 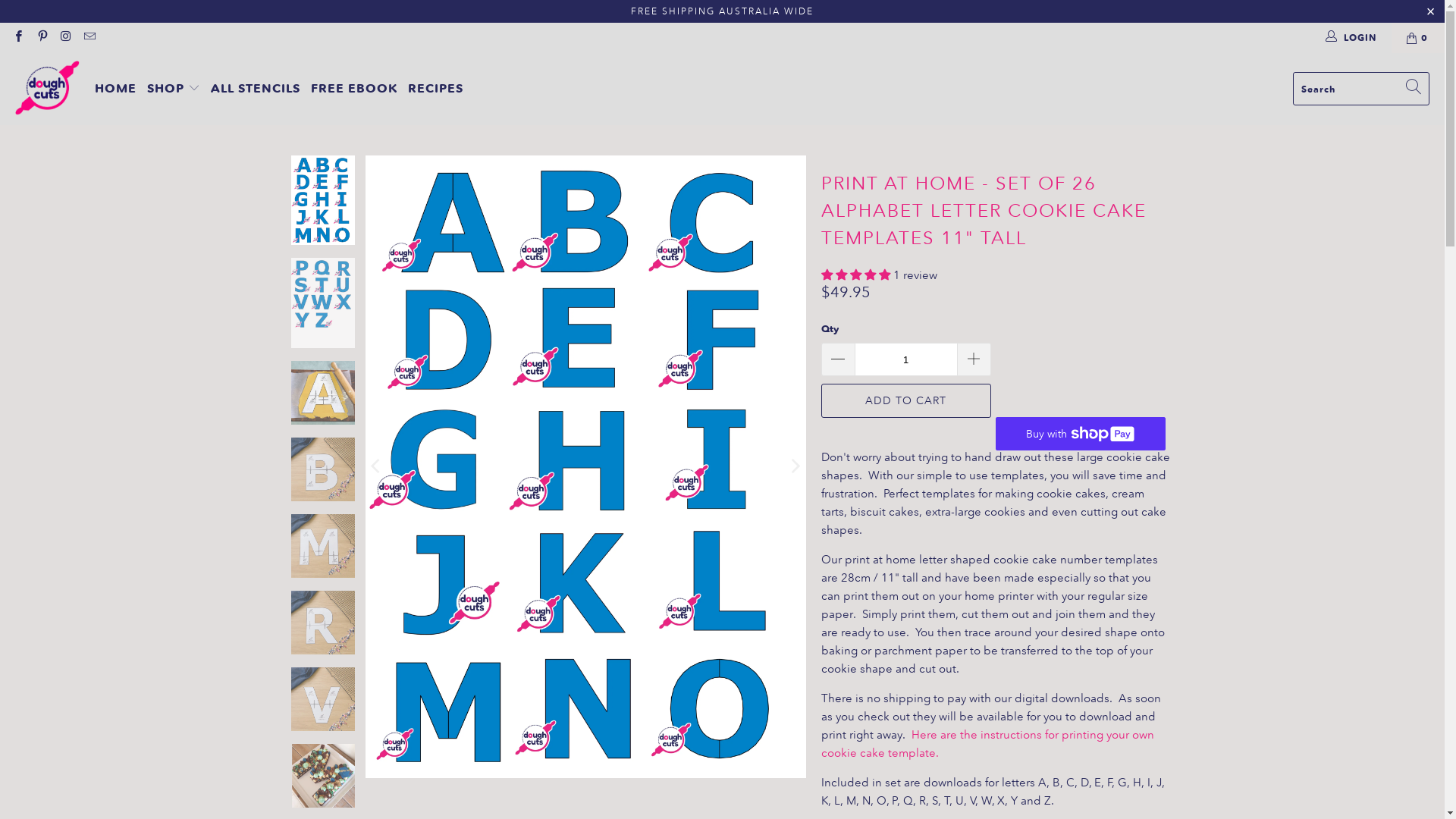 I want to click on 'SHOP', so click(x=174, y=88).